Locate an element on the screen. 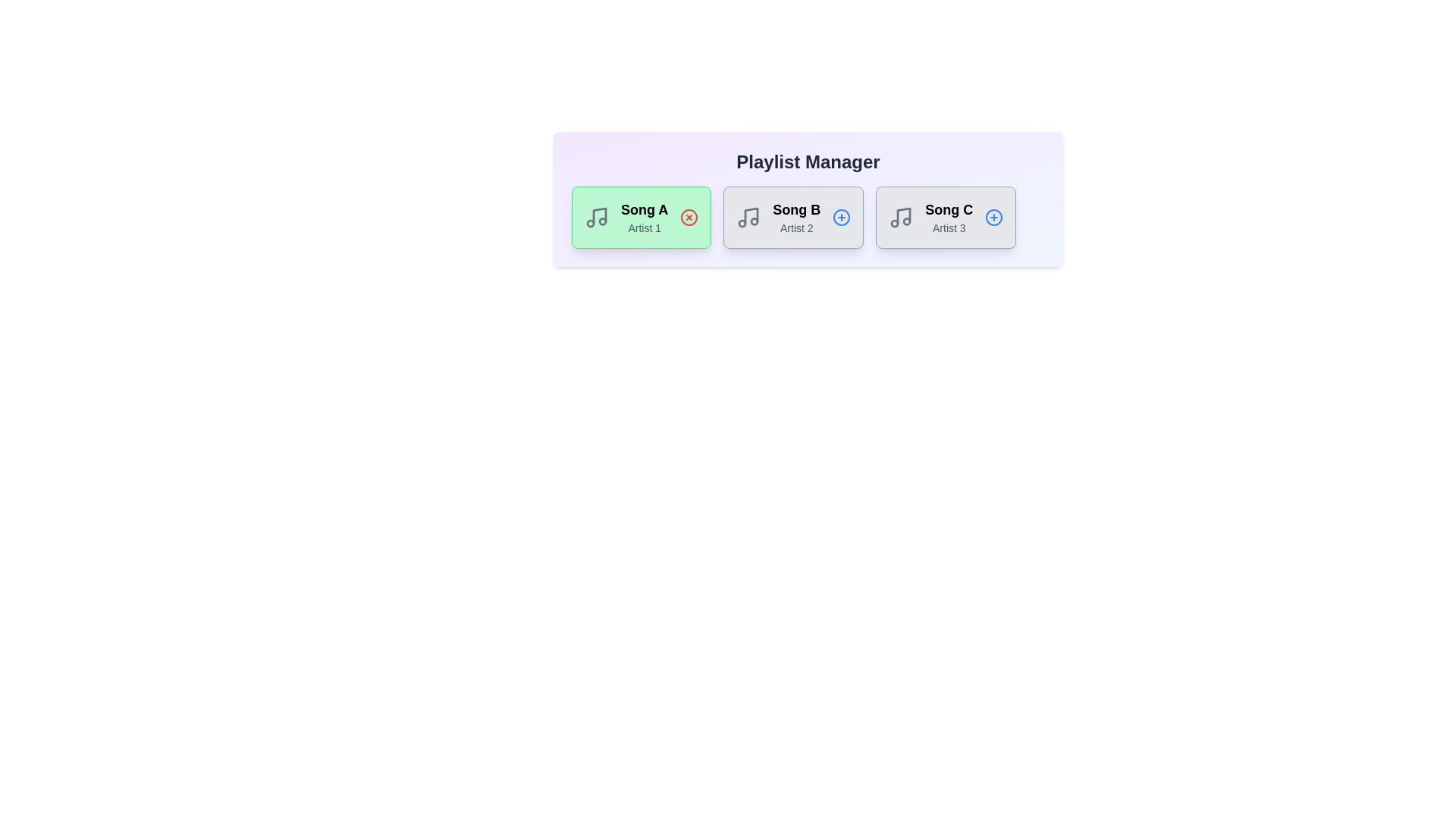  add icon for the song titled Song C to add it to the playlist is located at coordinates (994, 217).